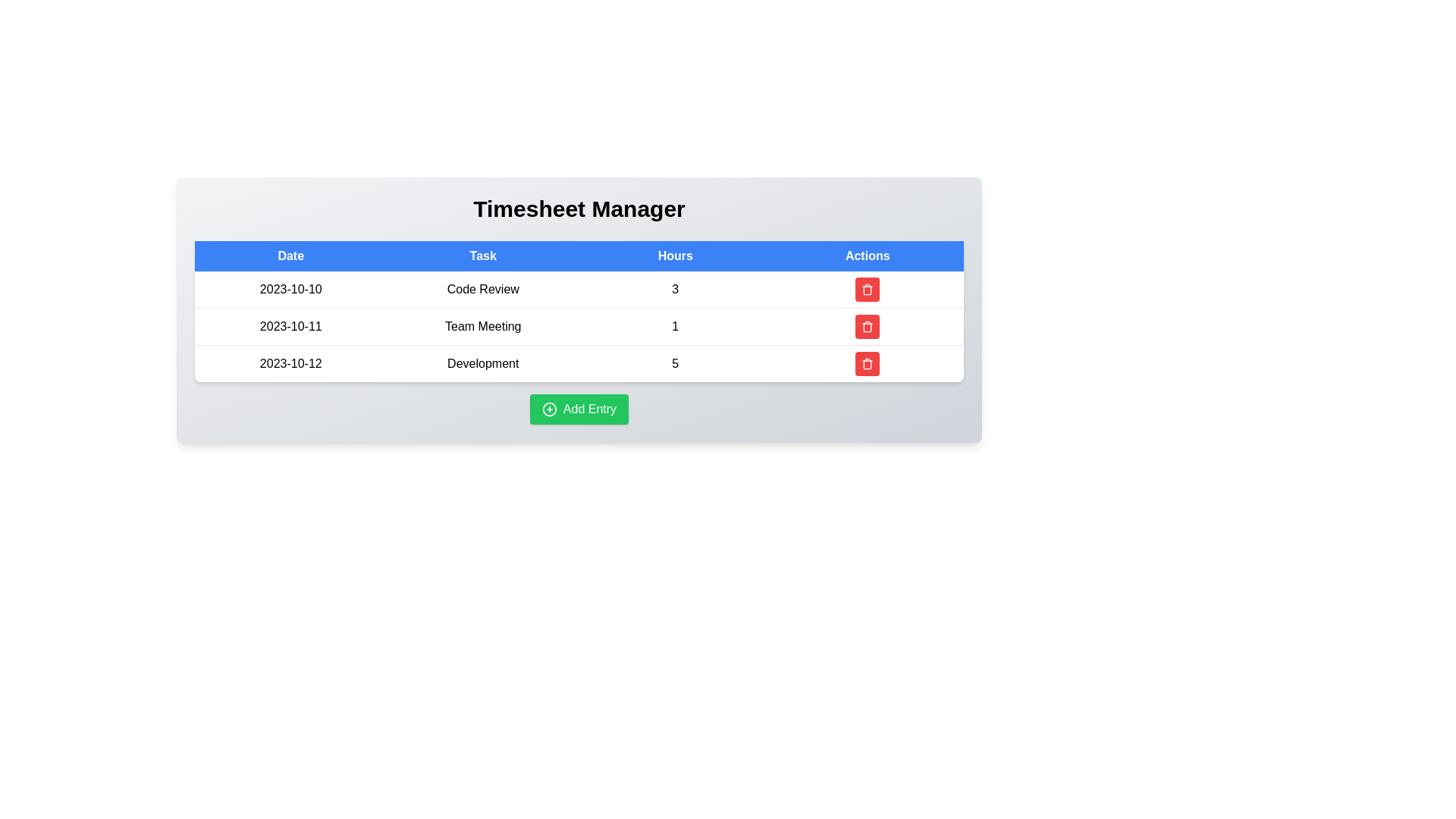  I want to click on title of the 'Hours' column header in the Timesheet Manager table header cell, so click(674, 256).